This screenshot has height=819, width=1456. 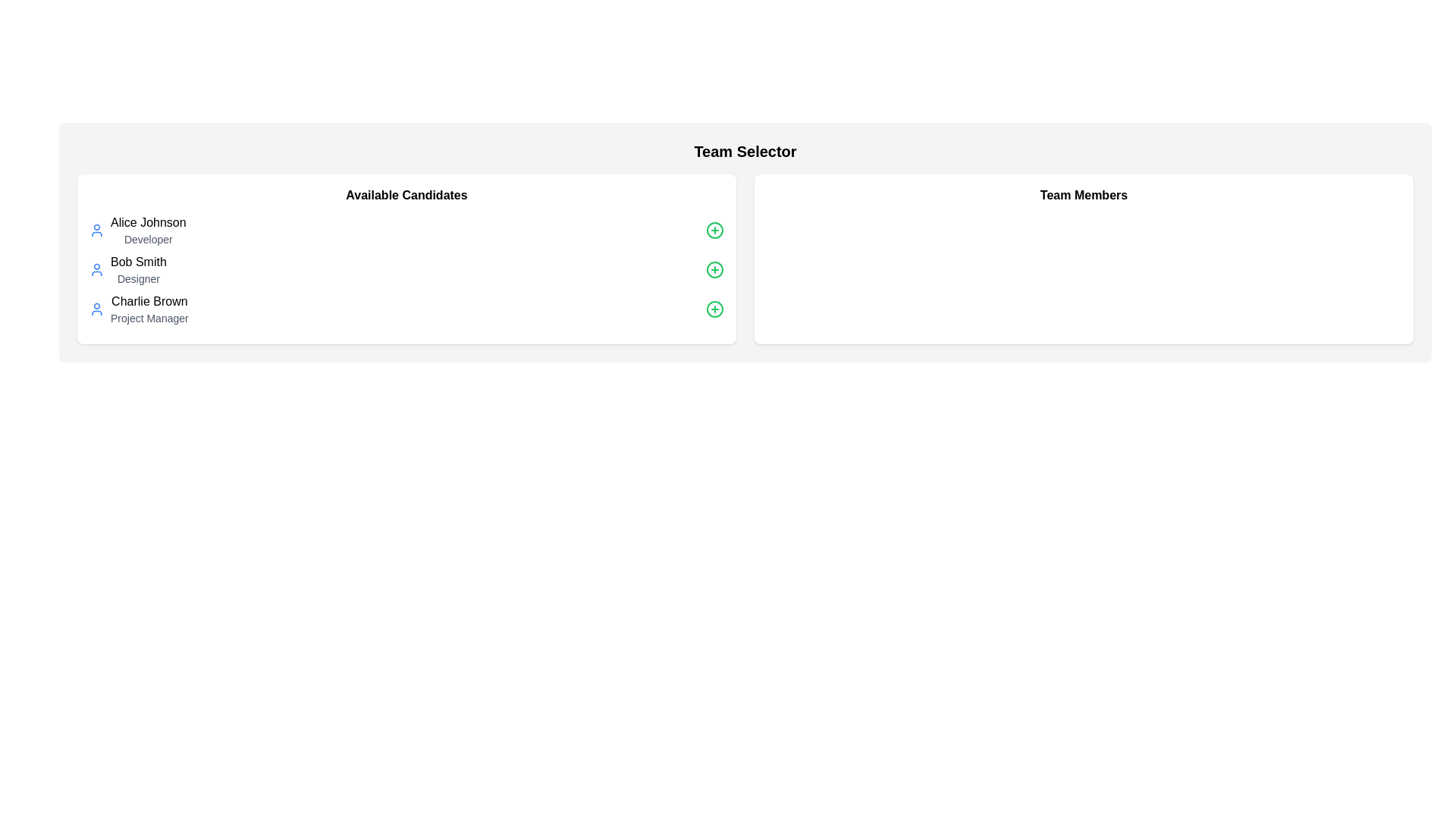 What do you see at coordinates (149, 309) in the screenshot?
I see `the text label displaying 'Charlie Brown' with the role description 'Project Manager', which is the third item in the 'Available Candidates' list on the left side of the interface` at bounding box center [149, 309].